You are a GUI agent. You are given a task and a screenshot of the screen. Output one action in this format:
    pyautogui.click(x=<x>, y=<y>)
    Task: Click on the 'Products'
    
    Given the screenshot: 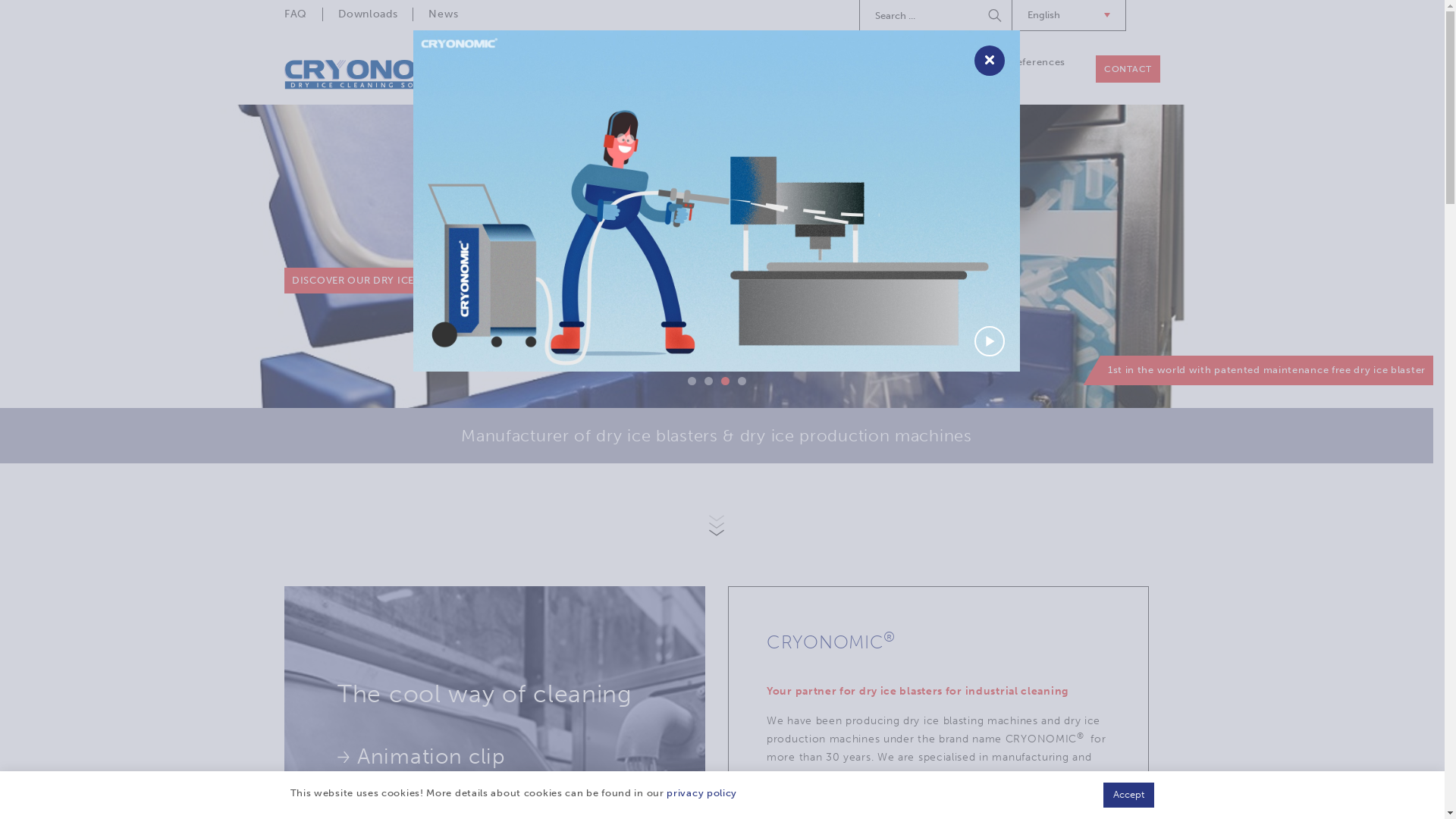 What is the action you would take?
    pyautogui.click(x=681, y=61)
    